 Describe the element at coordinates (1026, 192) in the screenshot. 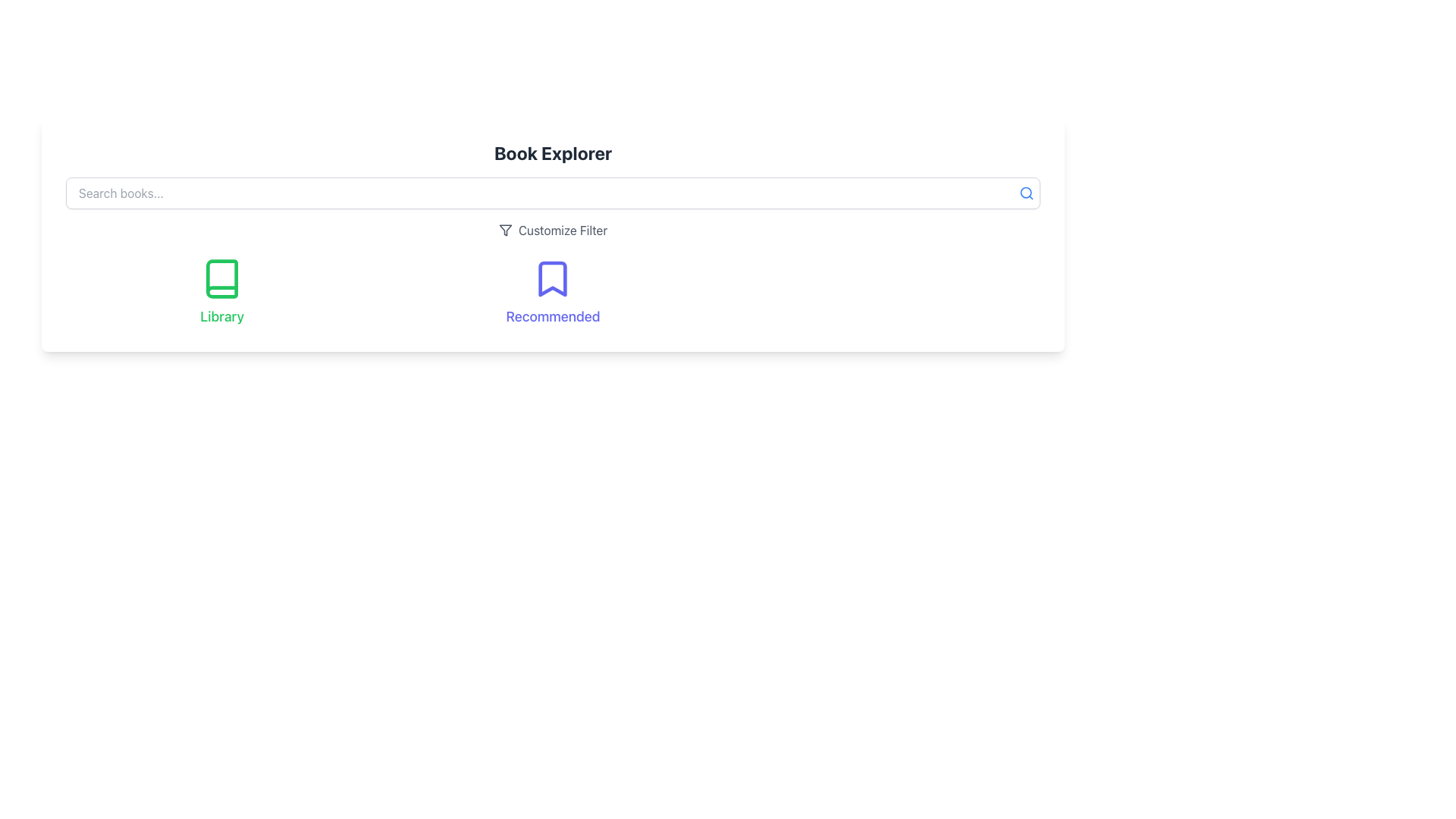

I see `the magnifying glass icon, which is styled in blue and located at the top-right corner of the search input field` at that location.